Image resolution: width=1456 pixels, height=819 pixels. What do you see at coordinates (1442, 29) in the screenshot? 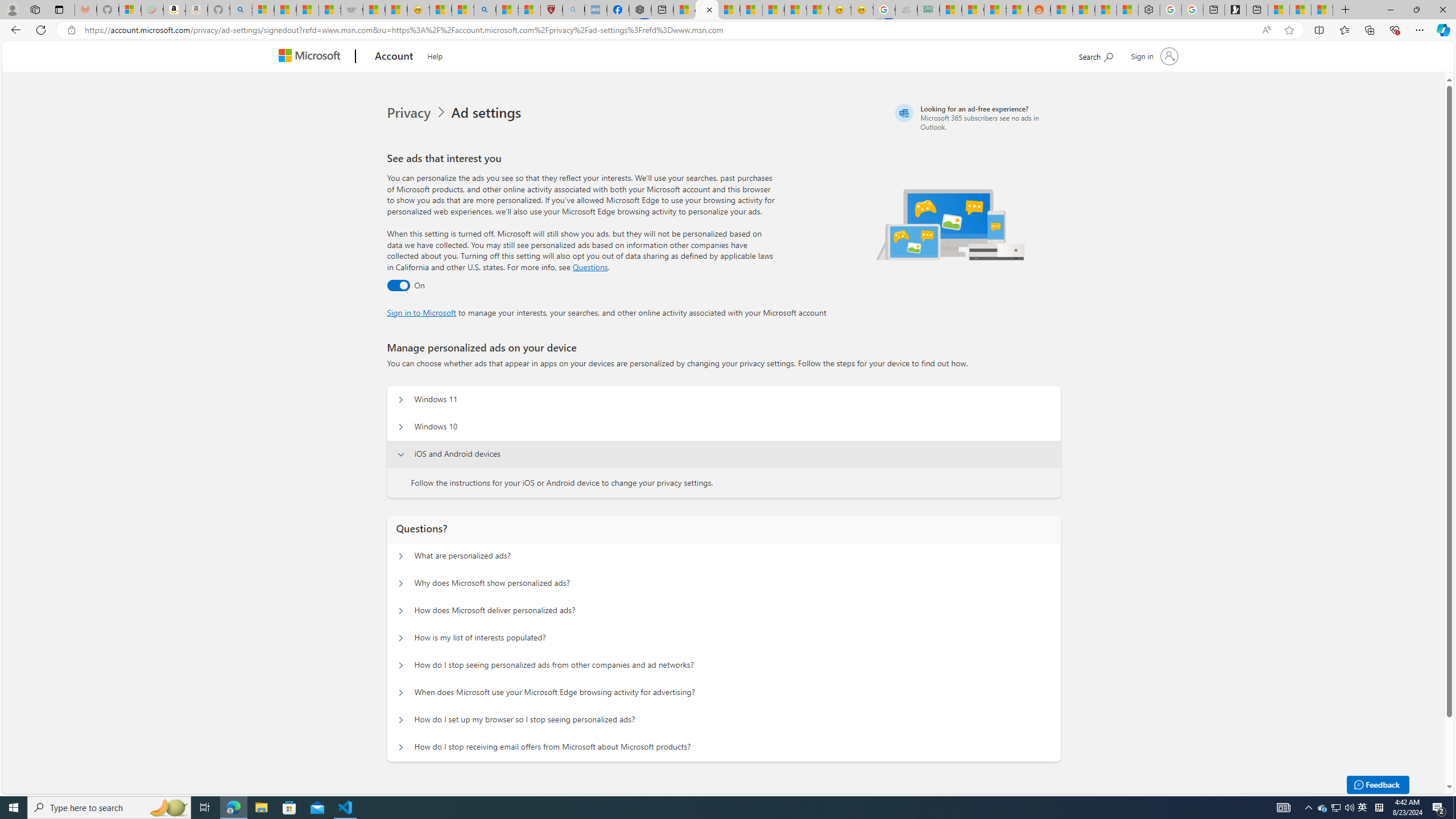
I see `'Copilot (Ctrl+Shift+.)'` at bounding box center [1442, 29].